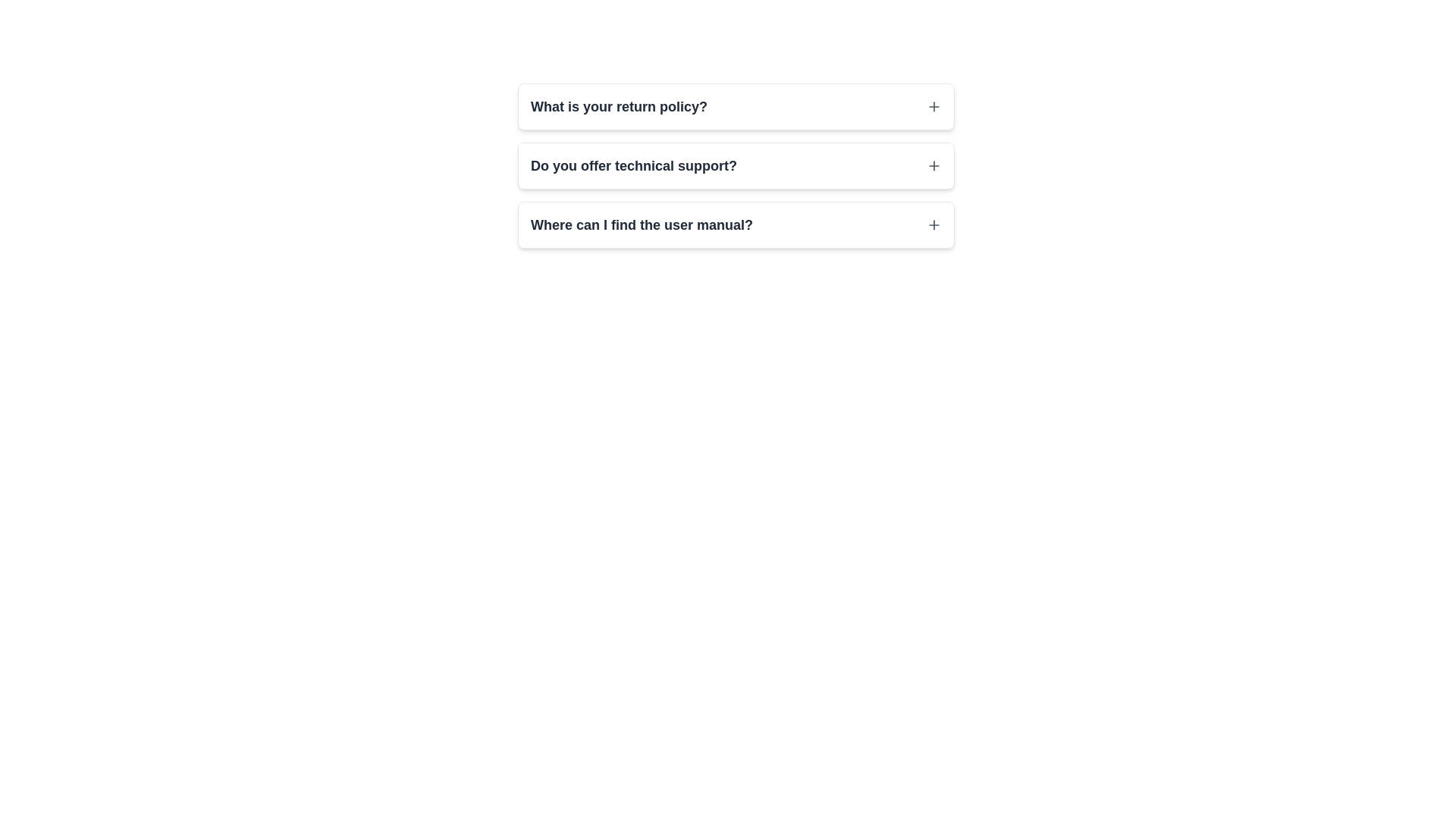 The height and width of the screenshot is (819, 1456). I want to click on the interactive button located at the far right of the 'What is your return policy?' question, so click(934, 106).